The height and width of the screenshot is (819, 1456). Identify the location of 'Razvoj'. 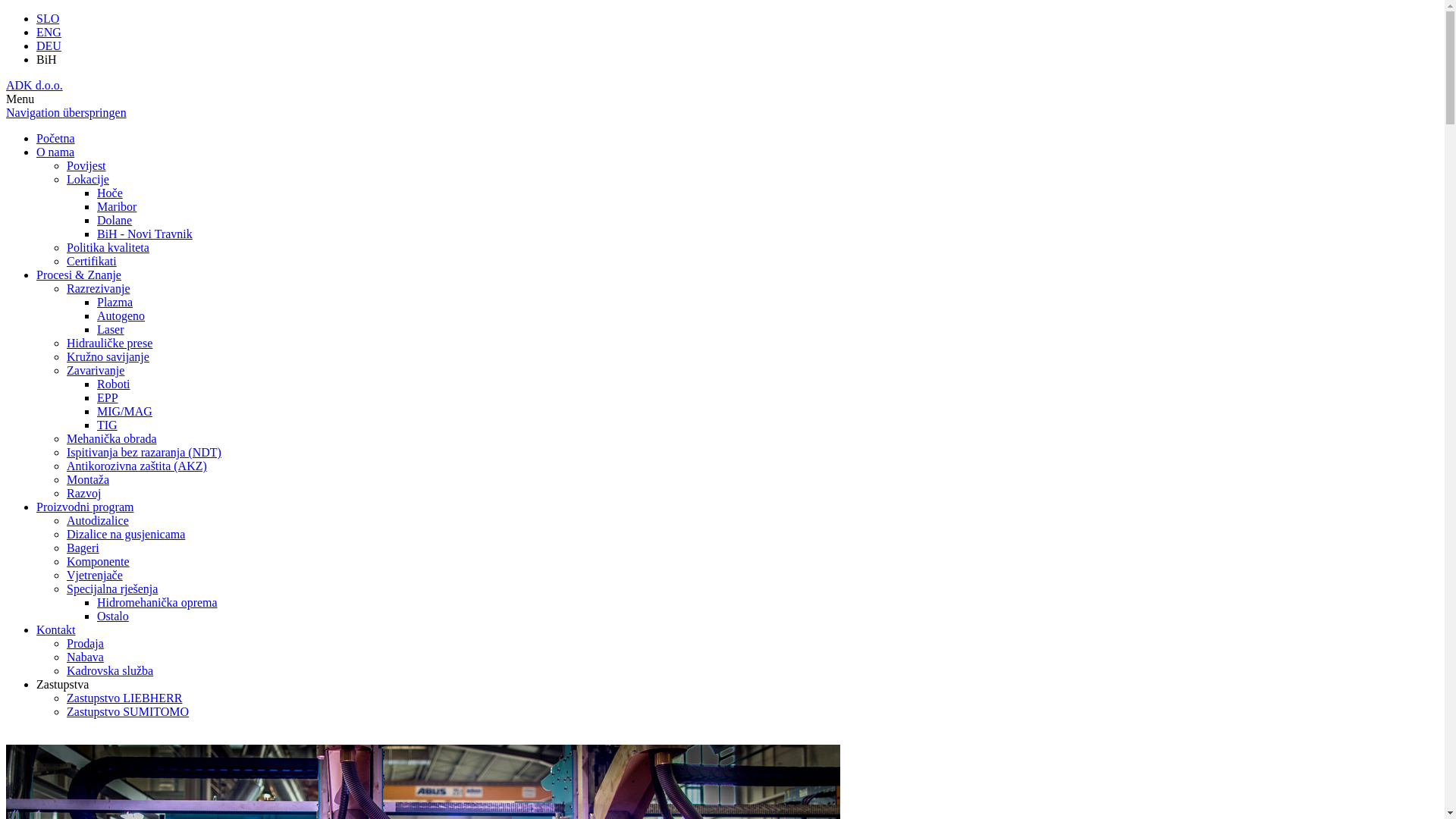
(83, 493).